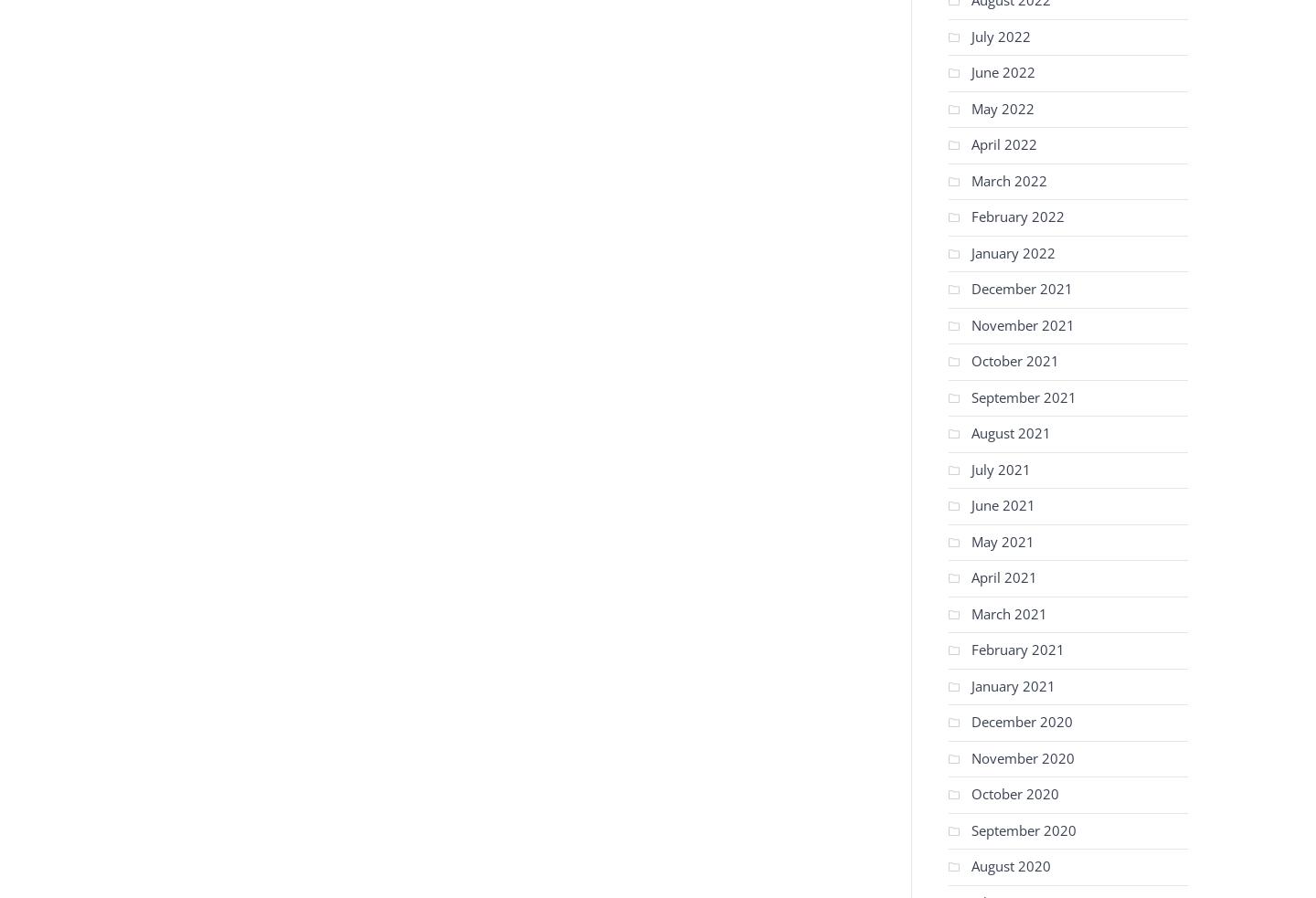 The width and height of the screenshot is (1316, 898). Describe the element at coordinates (1003, 505) in the screenshot. I see `'June 2021'` at that location.